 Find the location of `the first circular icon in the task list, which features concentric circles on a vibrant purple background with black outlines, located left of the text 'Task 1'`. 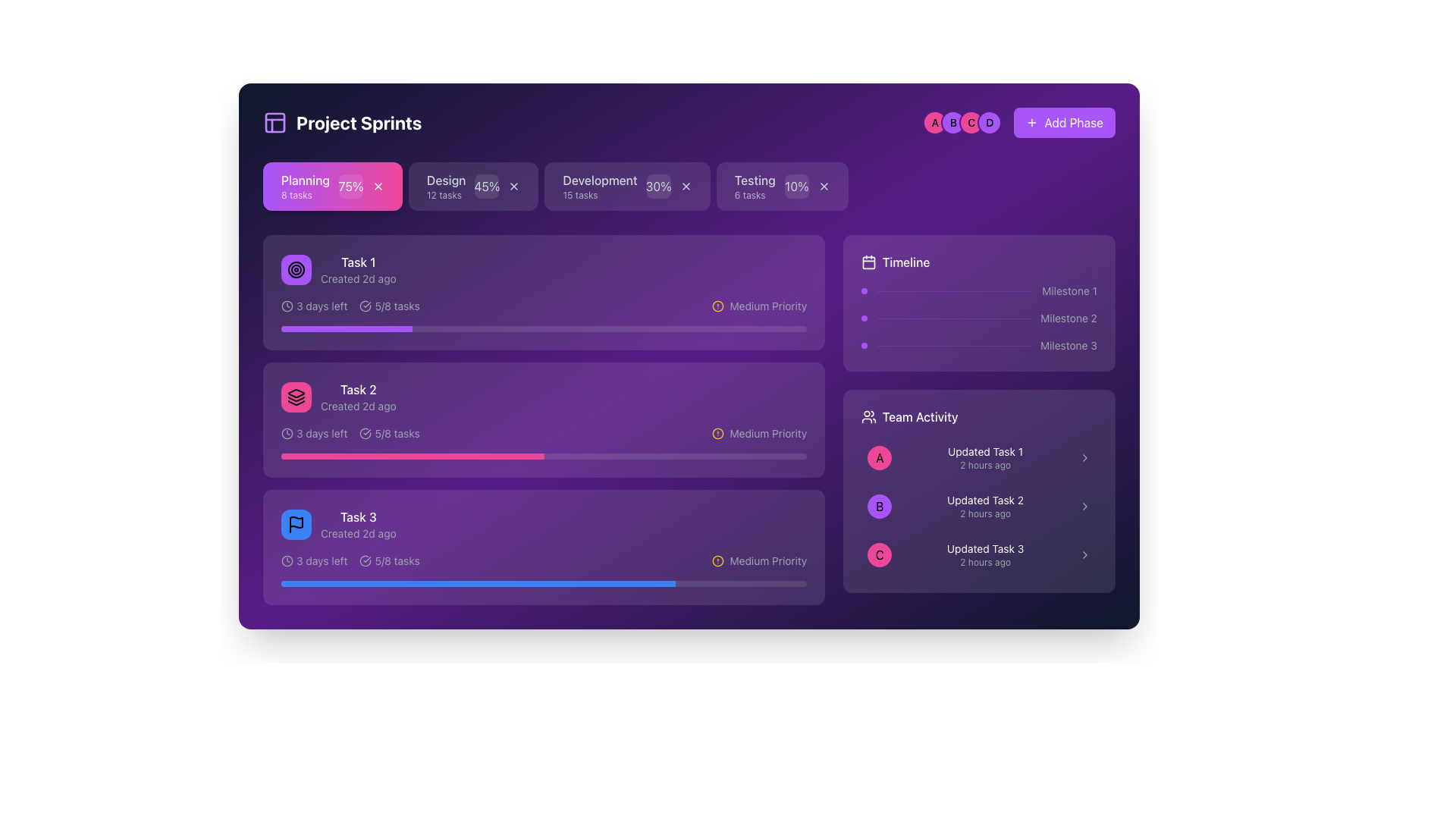

the first circular icon in the task list, which features concentric circles on a vibrant purple background with black outlines, located left of the text 'Task 1' is located at coordinates (296, 268).